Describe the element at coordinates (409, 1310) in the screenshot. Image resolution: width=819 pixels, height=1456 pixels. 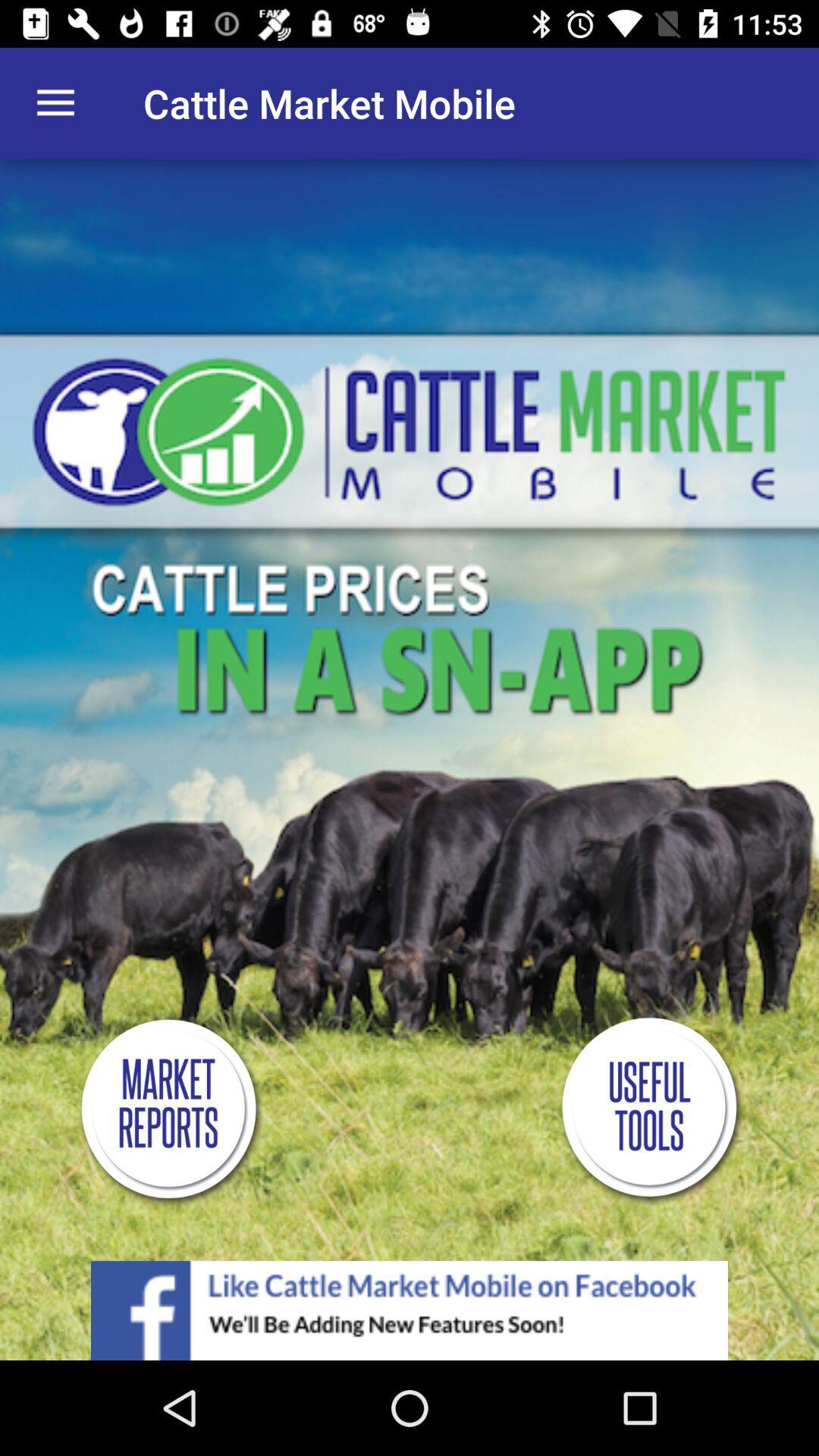
I see `give a like on facebook` at that location.